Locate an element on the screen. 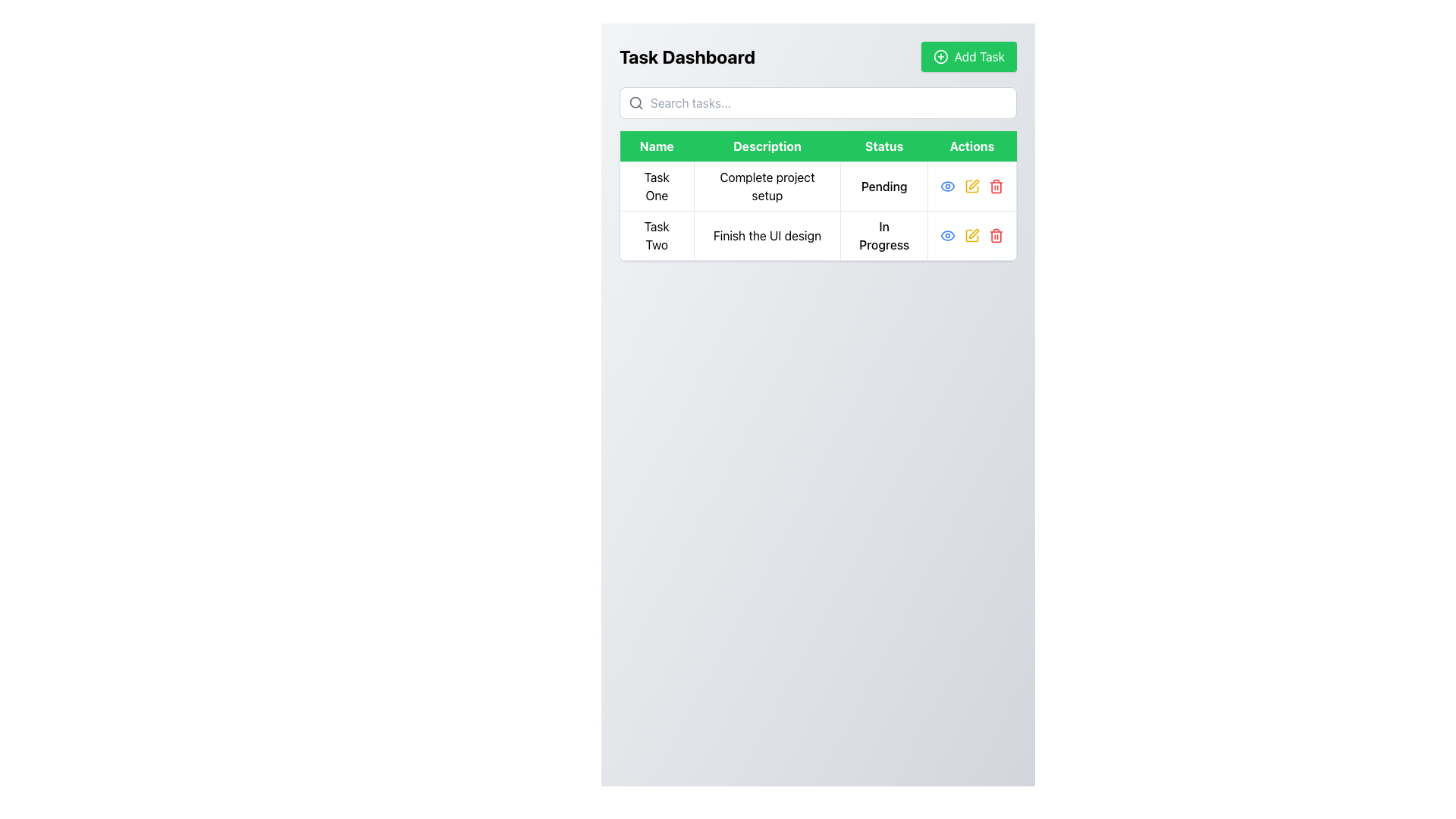 The image size is (1456, 819). the text label displaying 'Pending' in the 'Status' column of the first row of the task dashboard table, which is colored red to indicate a pending task is located at coordinates (884, 186).